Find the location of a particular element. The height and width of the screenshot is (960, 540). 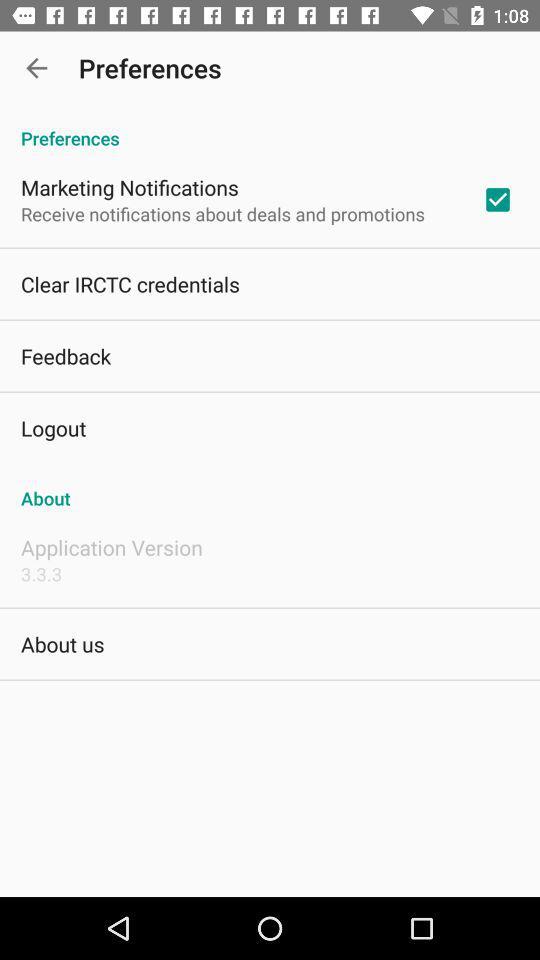

the icon above clear irctc credentials app is located at coordinates (221, 214).